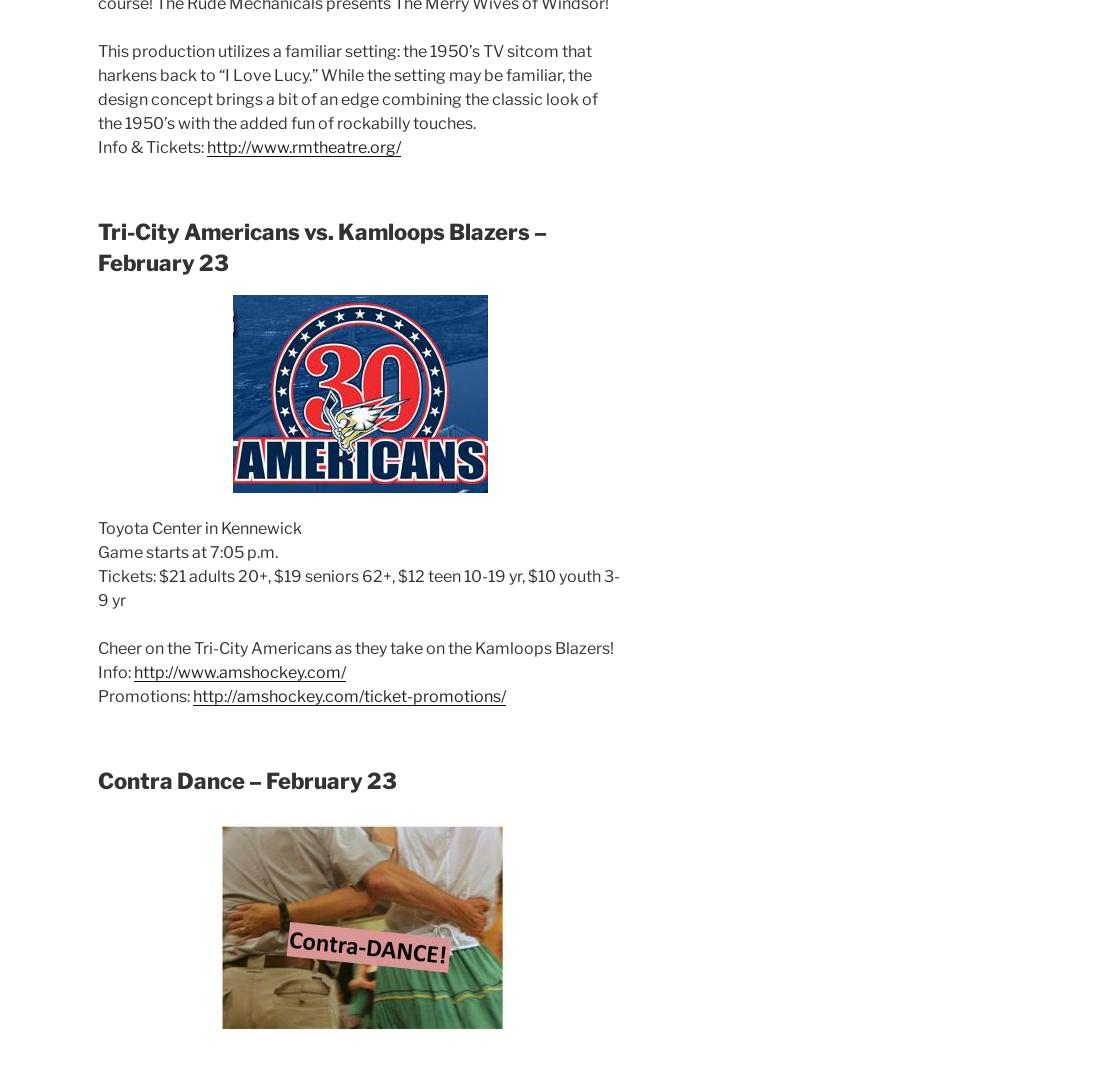 The image size is (1100, 1072). What do you see at coordinates (355, 648) in the screenshot?
I see `'Cheer on the Tri-City Americans as they take on the Kamloops Blazers!'` at bounding box center [355, 648].